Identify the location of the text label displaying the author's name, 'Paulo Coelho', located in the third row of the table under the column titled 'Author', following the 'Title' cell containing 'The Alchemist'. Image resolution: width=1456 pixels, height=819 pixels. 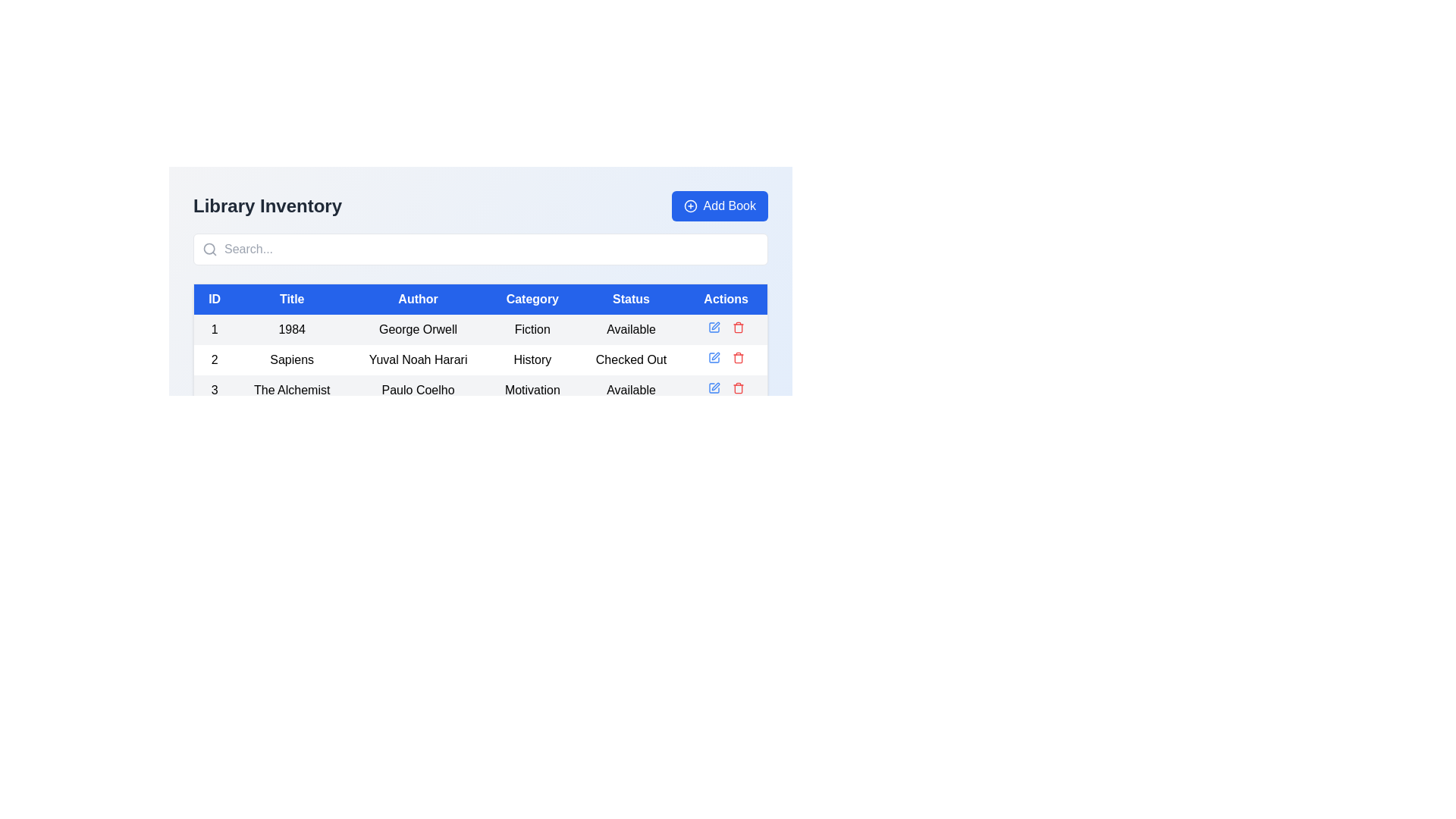
(418, 390).